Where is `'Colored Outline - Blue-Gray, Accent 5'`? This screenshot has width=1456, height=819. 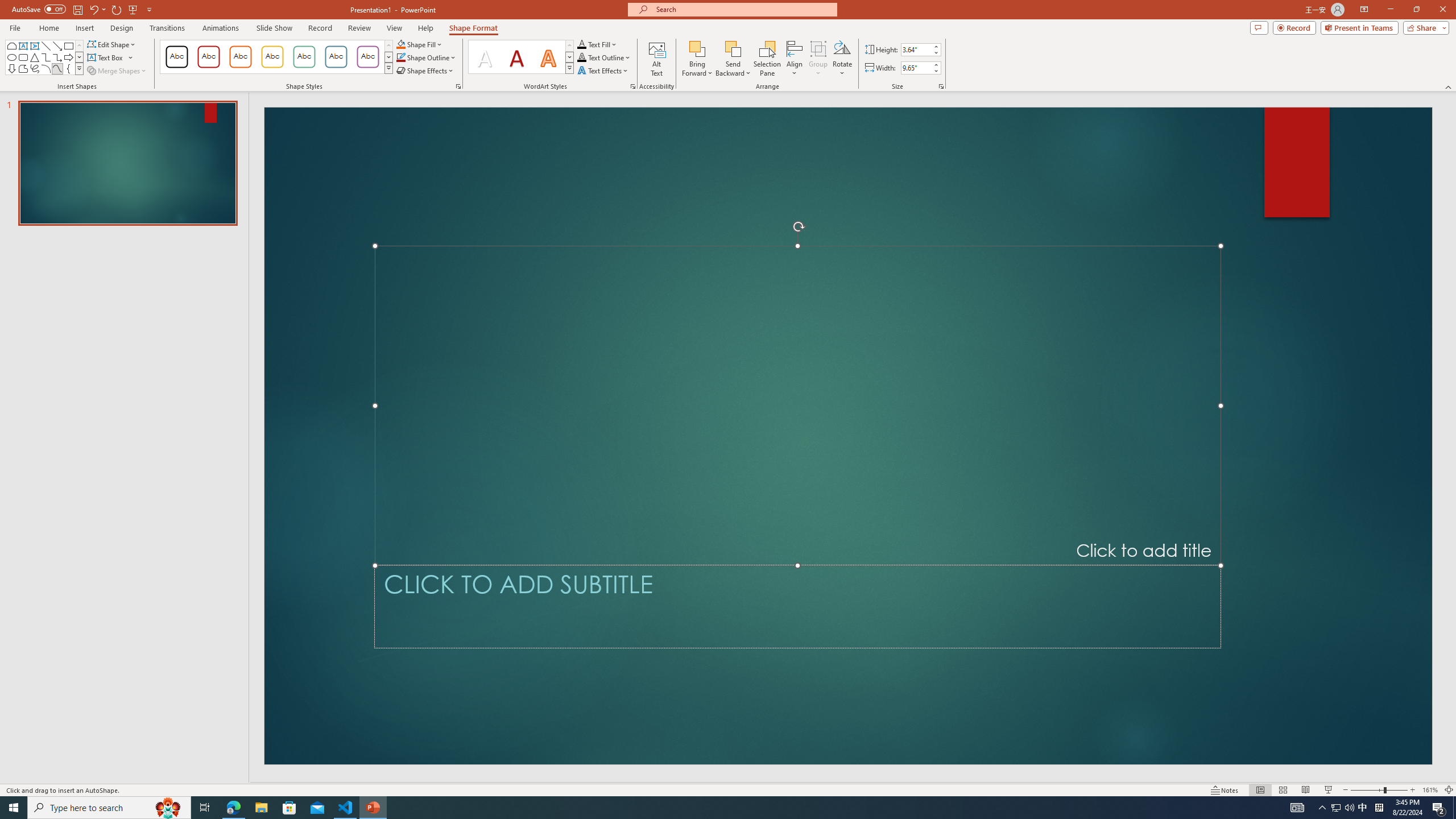 'Colored Outline - Blue-Gray, Accent 5' is located at coordinates (336, 56).